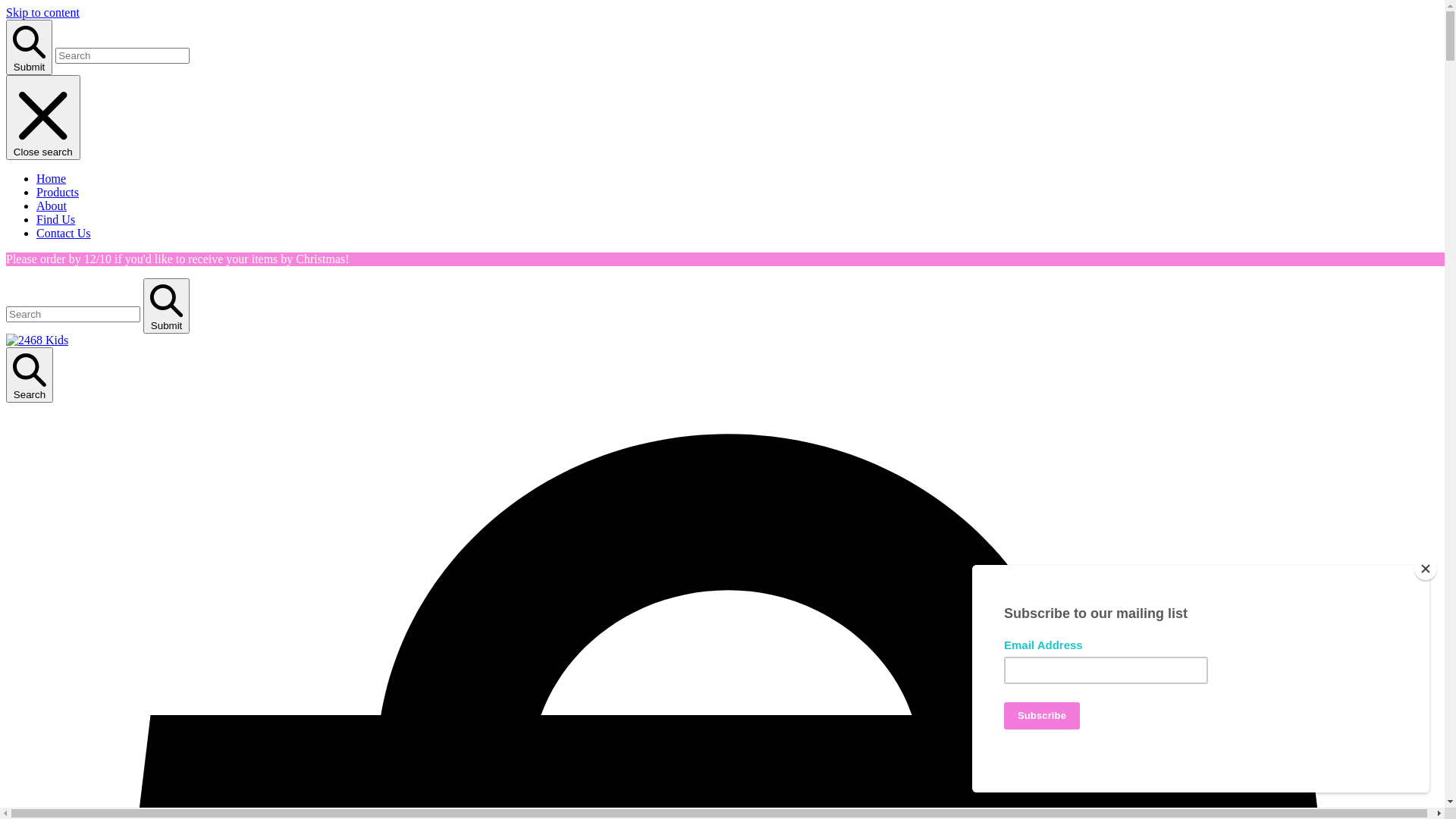 The image size is (1456, 819). I want to click on 'Submit', so click(166, 306).